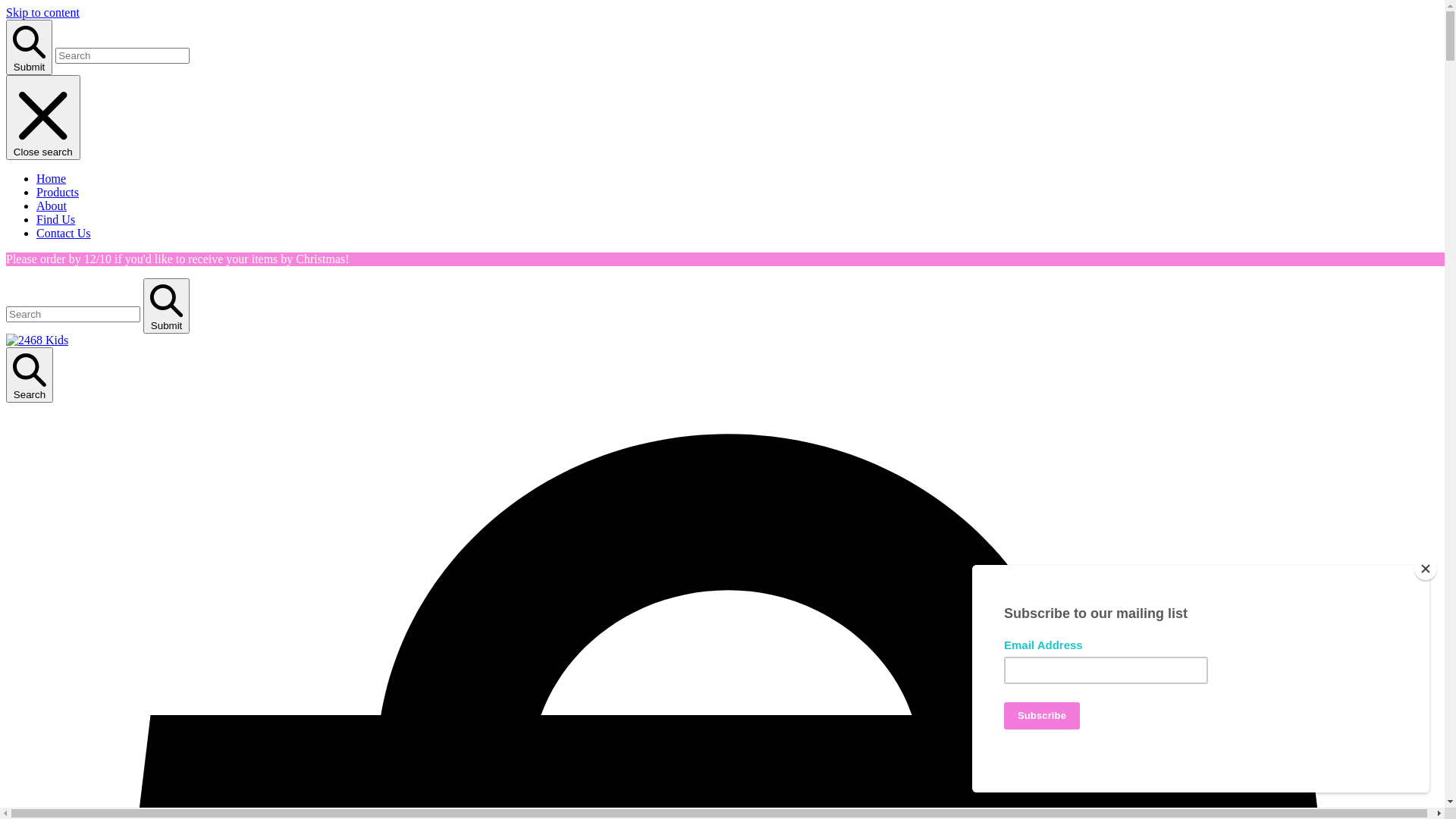 The image size is (1456, 819). I want to click on 'Submit', so click(166, 306).